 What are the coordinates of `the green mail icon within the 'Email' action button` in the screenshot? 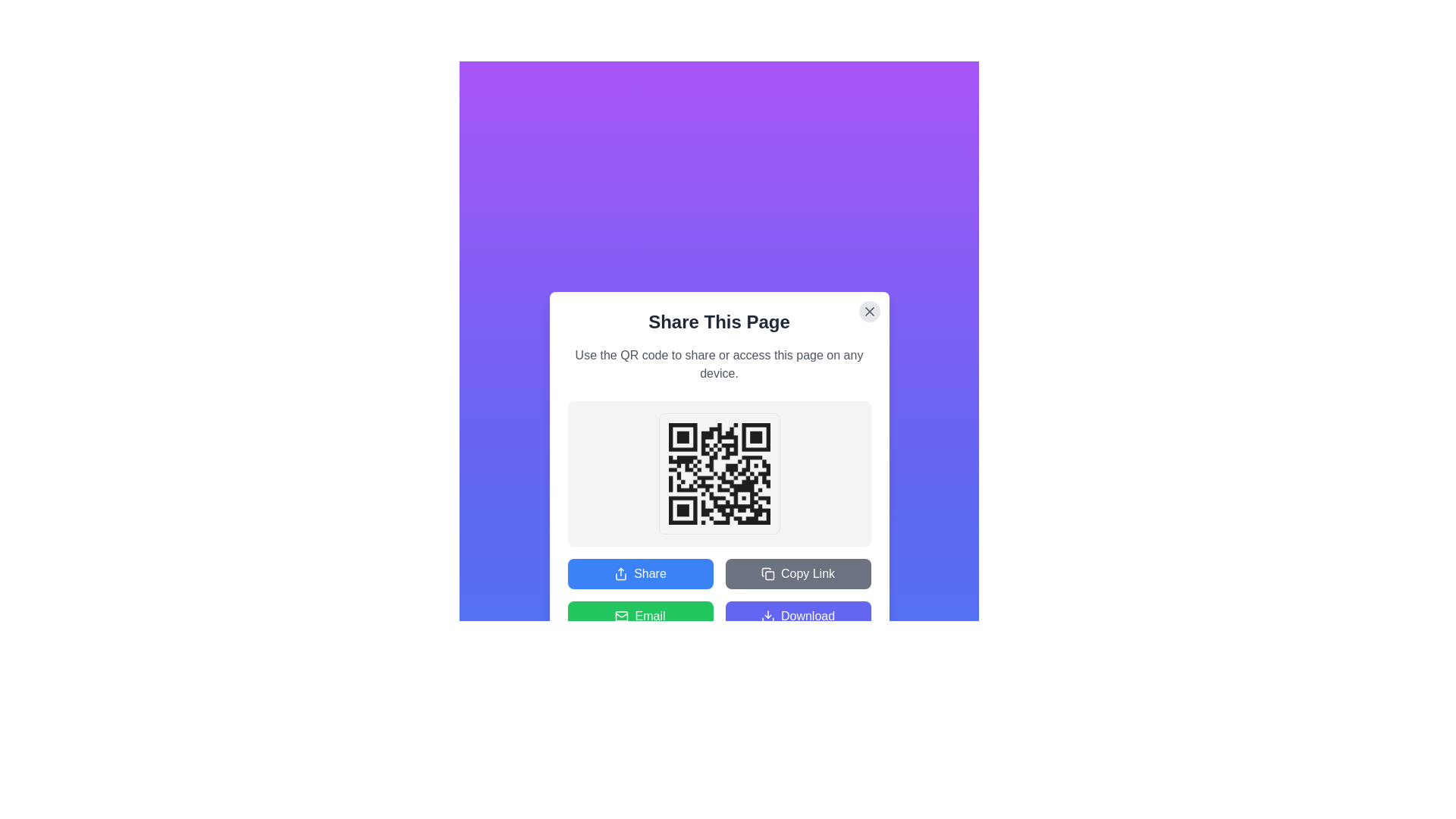 It's located at (622, 617).